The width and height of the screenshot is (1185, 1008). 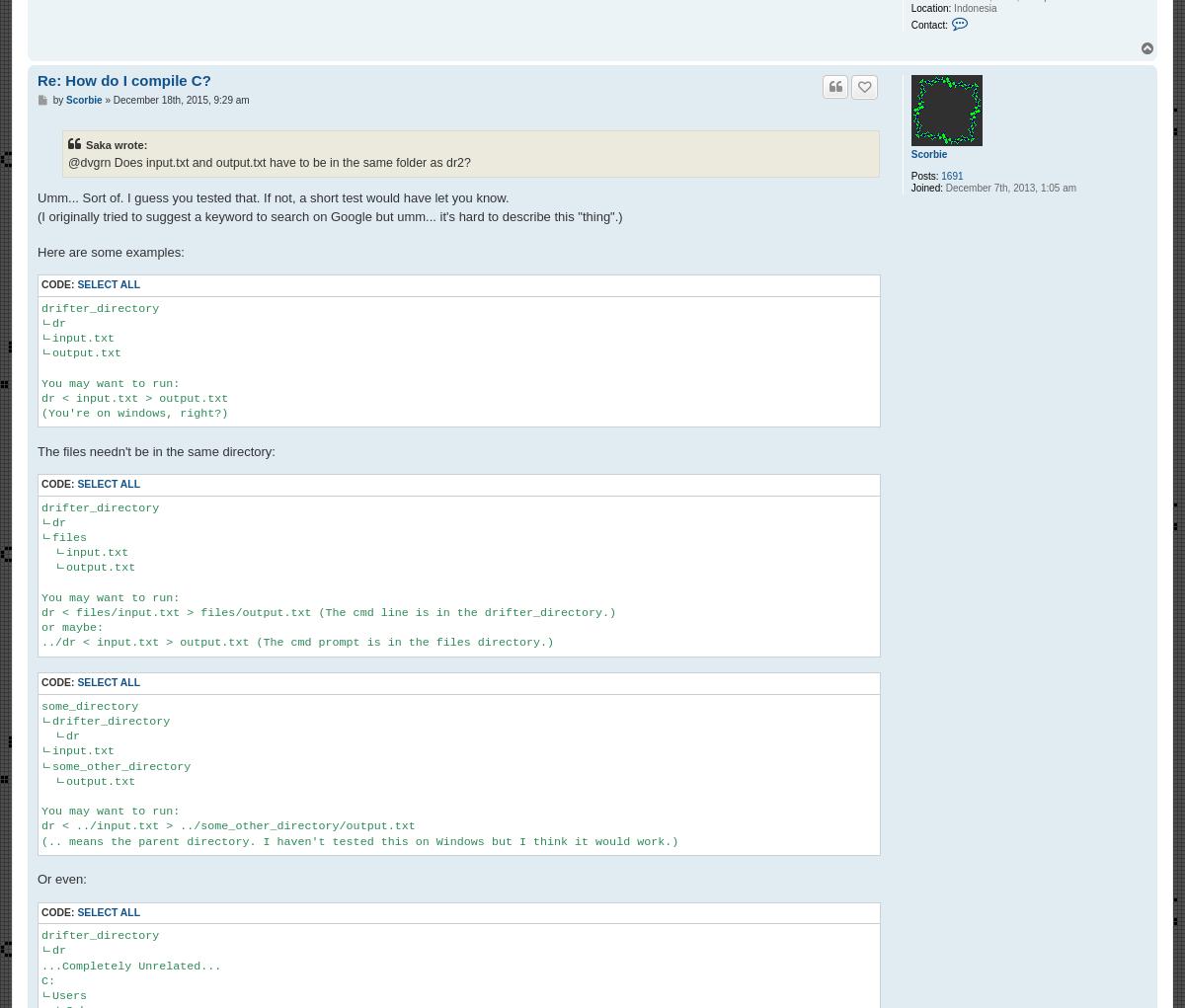 What do you see at coordinates (909, 24) in the screenshot?
I see `'Contact:'` at bounding box center [909, 24].